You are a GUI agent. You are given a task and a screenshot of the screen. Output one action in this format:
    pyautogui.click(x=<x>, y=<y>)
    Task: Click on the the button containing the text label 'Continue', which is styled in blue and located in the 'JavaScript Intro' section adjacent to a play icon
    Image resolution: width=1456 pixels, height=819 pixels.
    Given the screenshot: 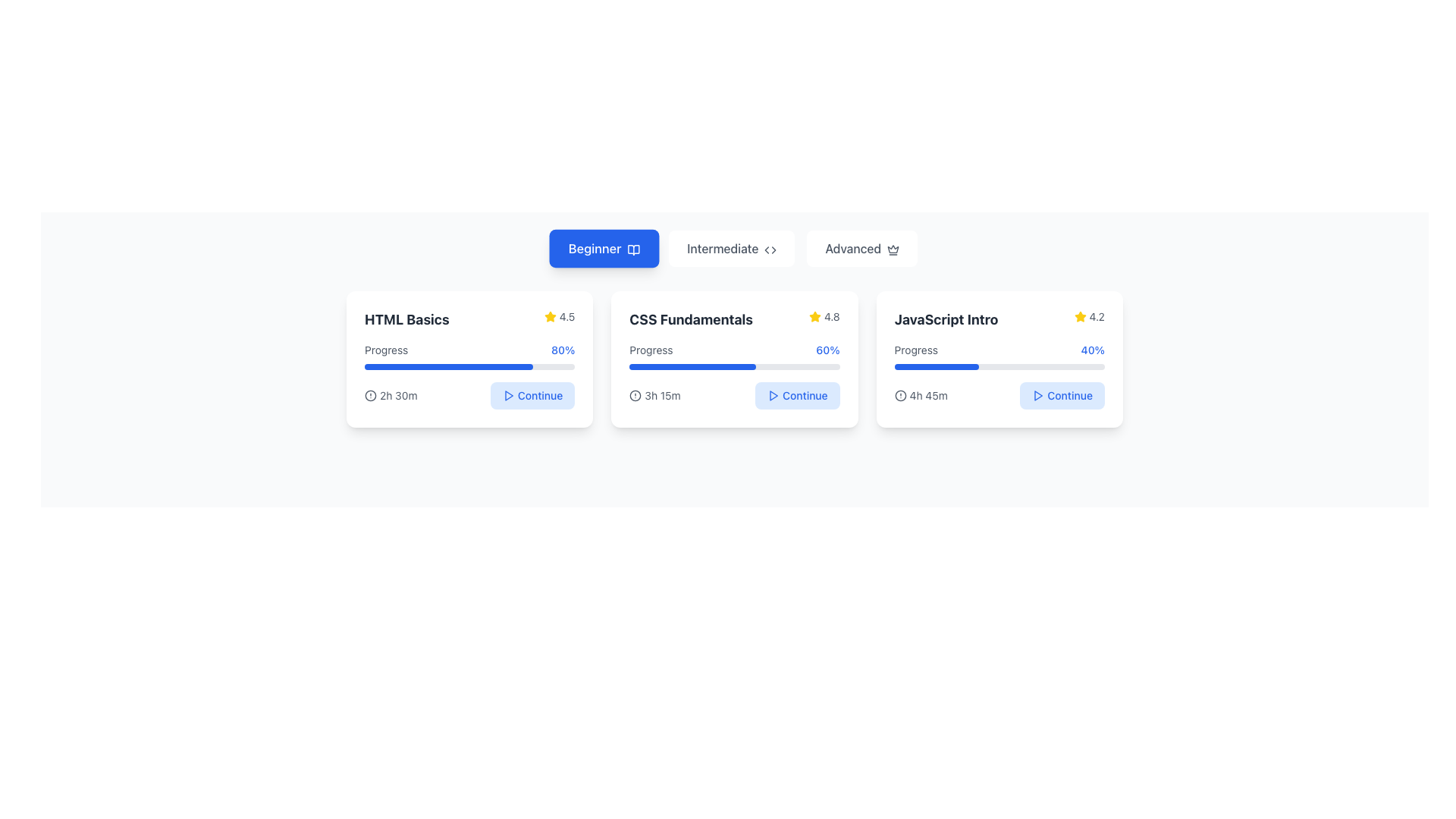 What is the action you would take?
    pyautogui.click(x=1069, y=394)
    